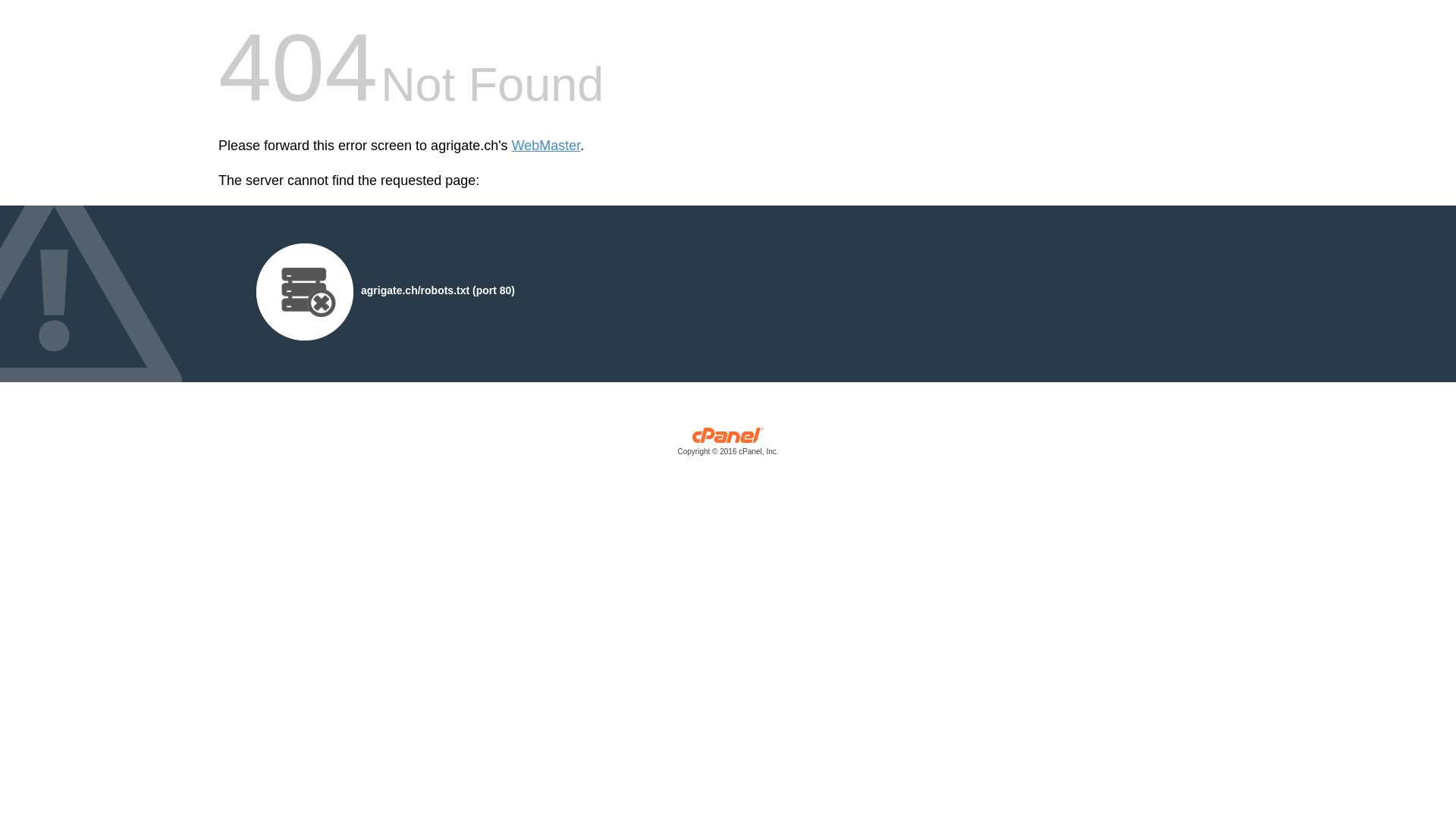 This screenshot has height=819, width=1456. What do you see at coordinates (546, 146) in the screenshot?
I see `'WebMaster'` at bounding box center [546, 146].